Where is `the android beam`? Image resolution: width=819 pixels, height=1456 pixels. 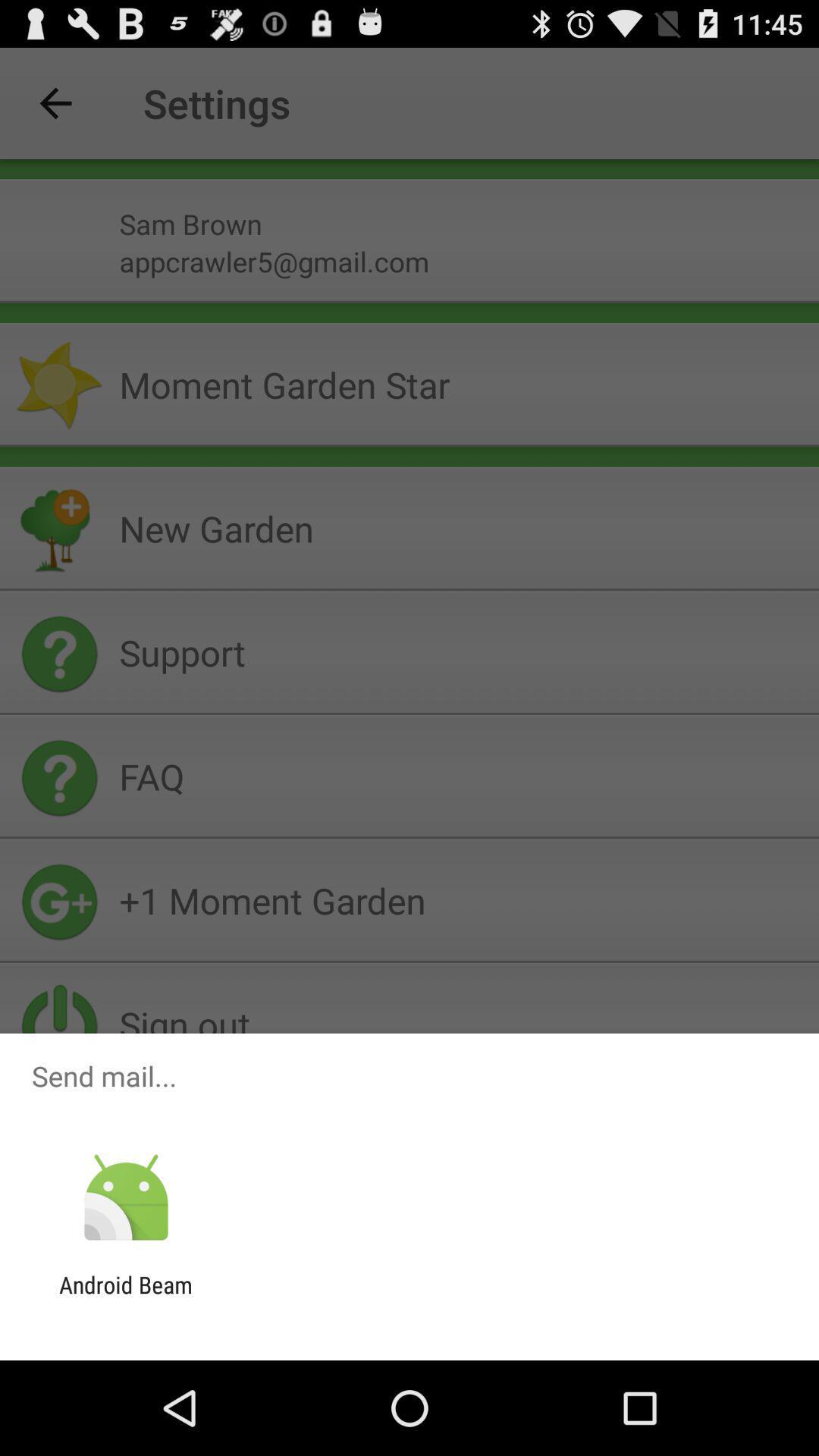 the android beam is located at coordinates (125, 1298).